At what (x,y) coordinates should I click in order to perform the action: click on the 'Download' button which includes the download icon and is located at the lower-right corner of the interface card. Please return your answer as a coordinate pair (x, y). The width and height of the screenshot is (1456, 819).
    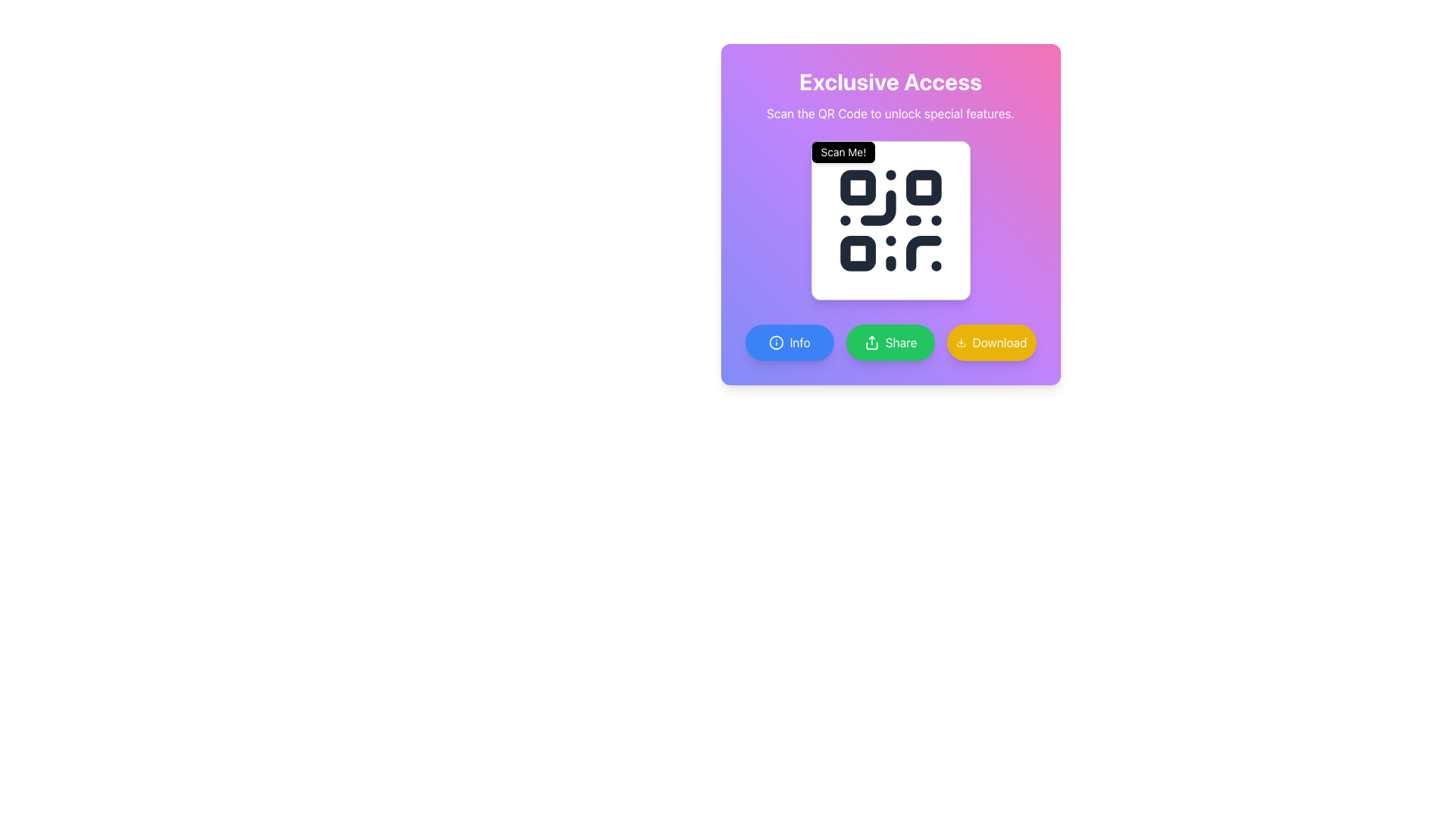
    Looking at the image, I should click on (960, 342).